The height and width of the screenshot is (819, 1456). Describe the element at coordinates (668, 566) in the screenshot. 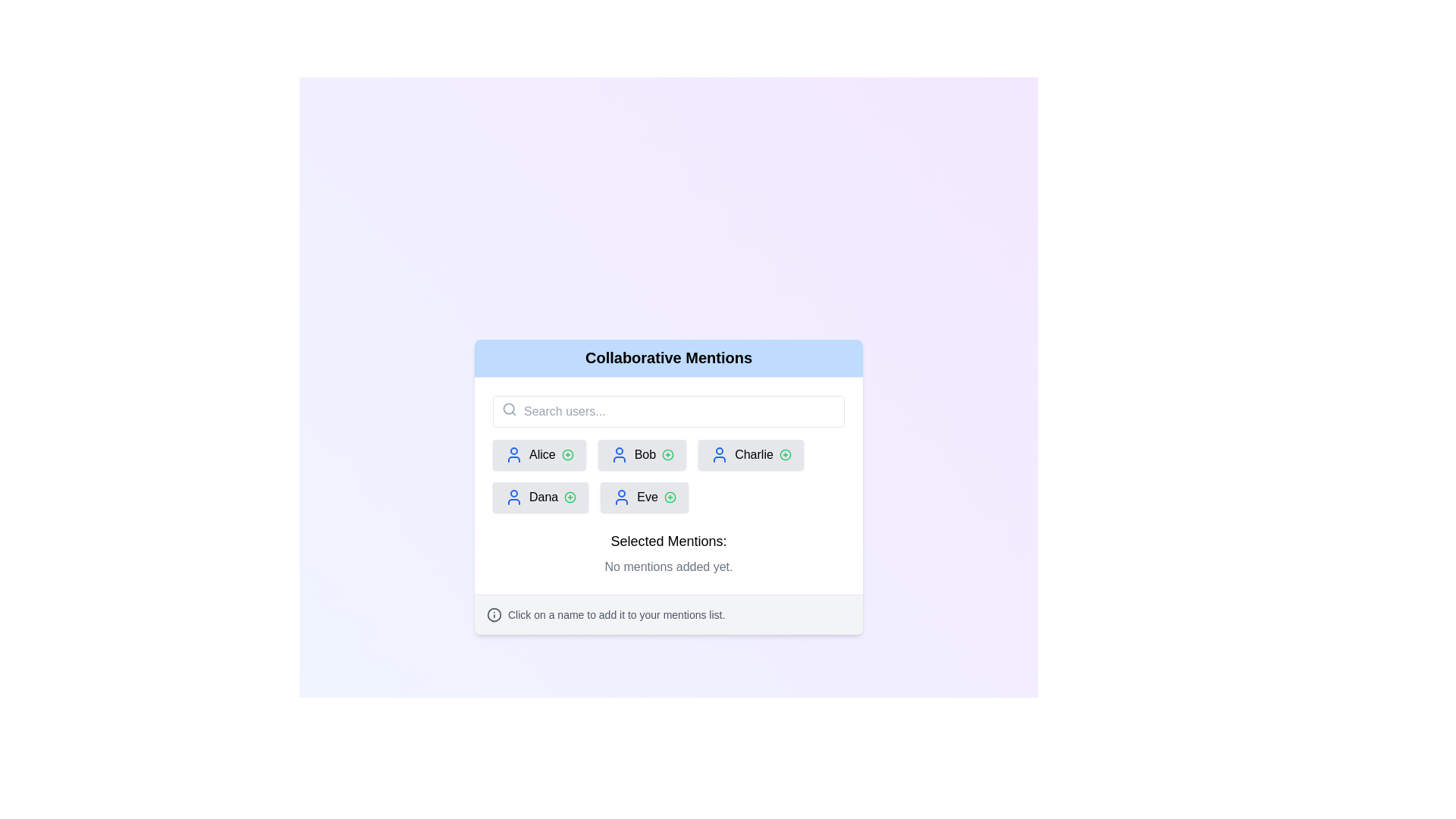

I see `the text label that reads 'No mentions added yet.' which is styled with a gray font color and positioned below the heading 'Selected Mentions:' in the 'Collaborative Mentions' widget` at that location.